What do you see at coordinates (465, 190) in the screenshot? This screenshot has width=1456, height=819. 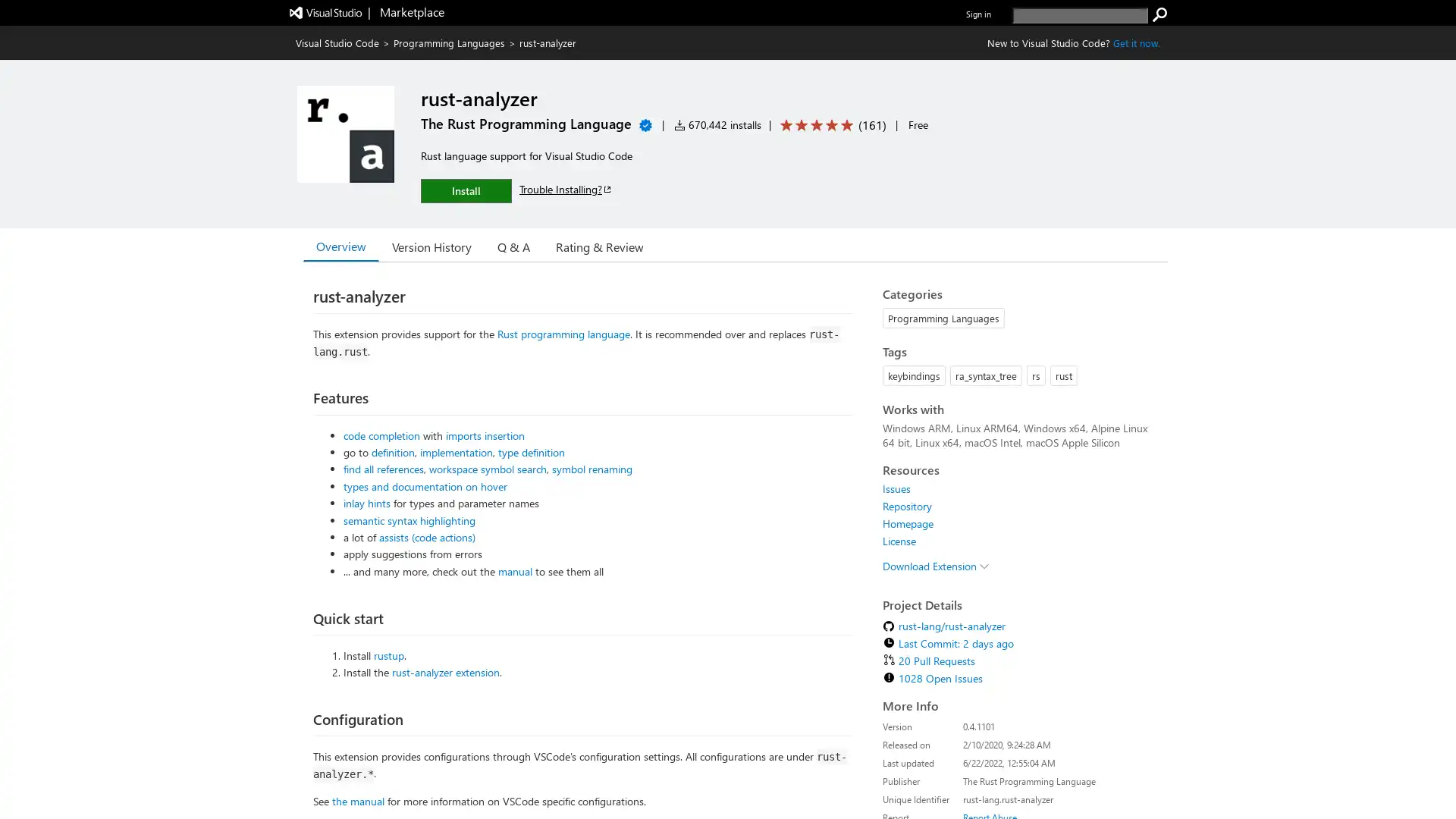 I see `Install` at bounding box center [465, 190].